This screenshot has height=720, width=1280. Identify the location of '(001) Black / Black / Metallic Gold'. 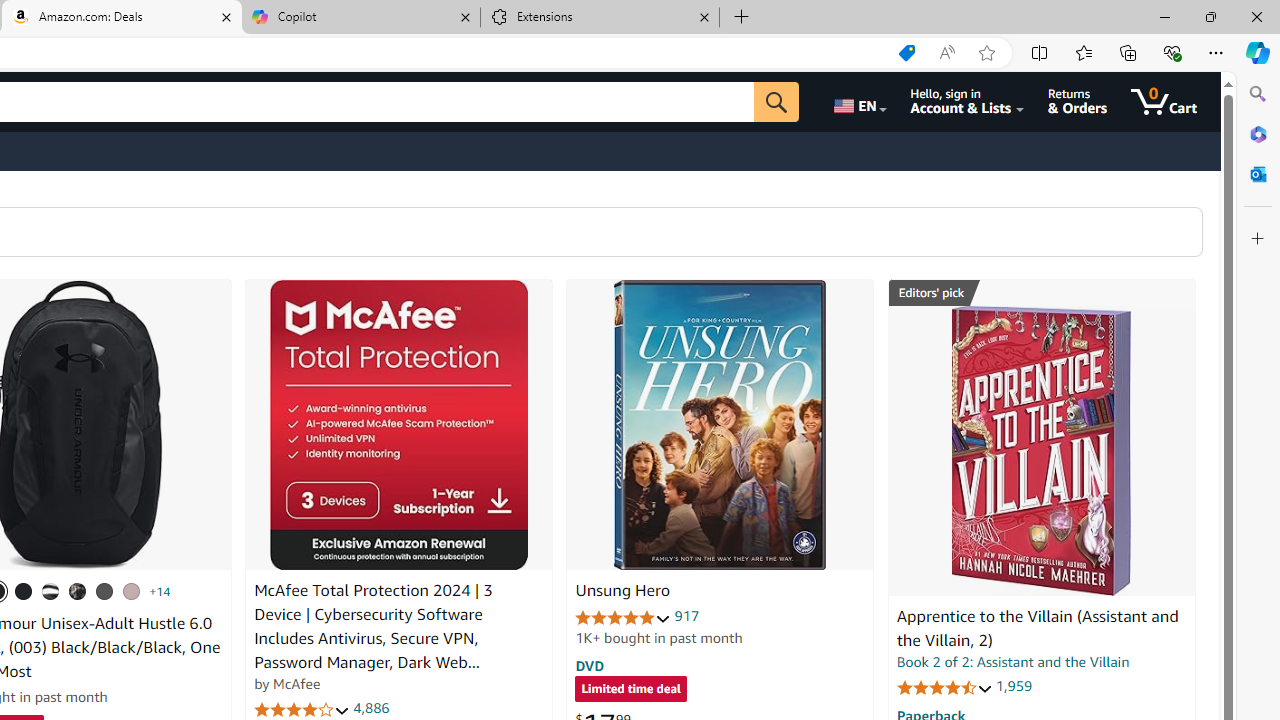
(24, 590).